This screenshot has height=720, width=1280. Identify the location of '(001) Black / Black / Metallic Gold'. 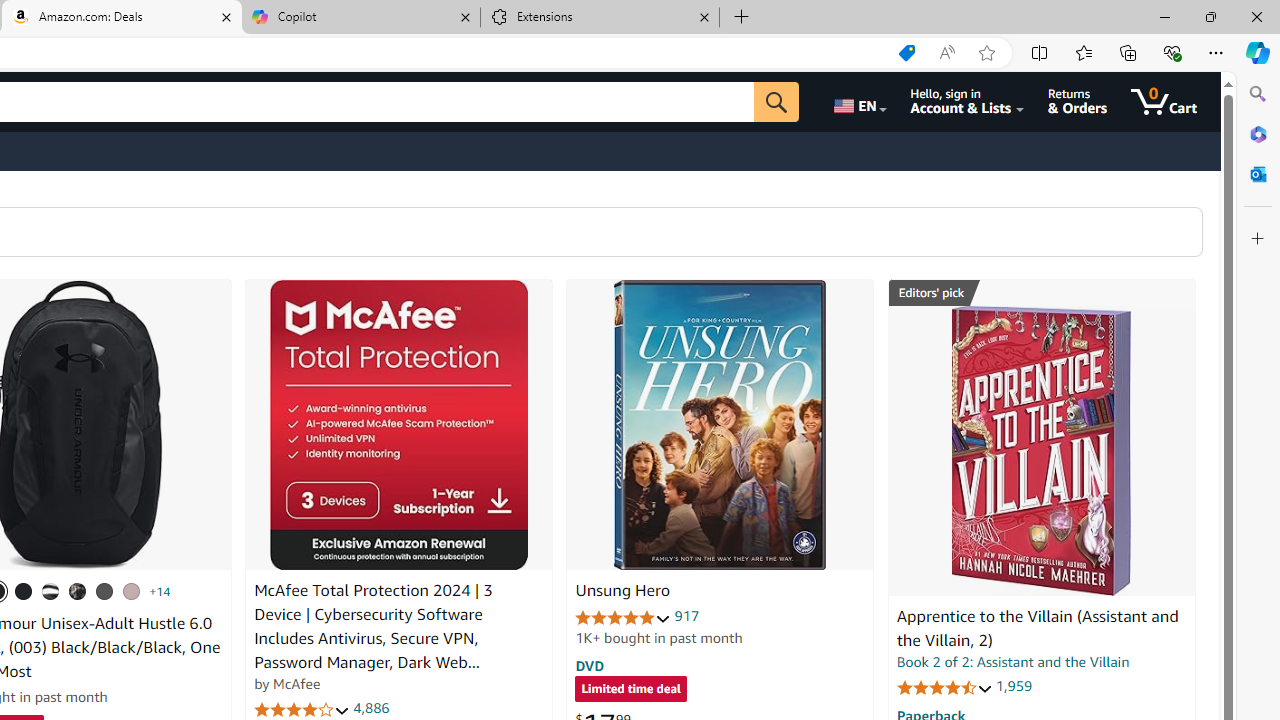
(24, 590).